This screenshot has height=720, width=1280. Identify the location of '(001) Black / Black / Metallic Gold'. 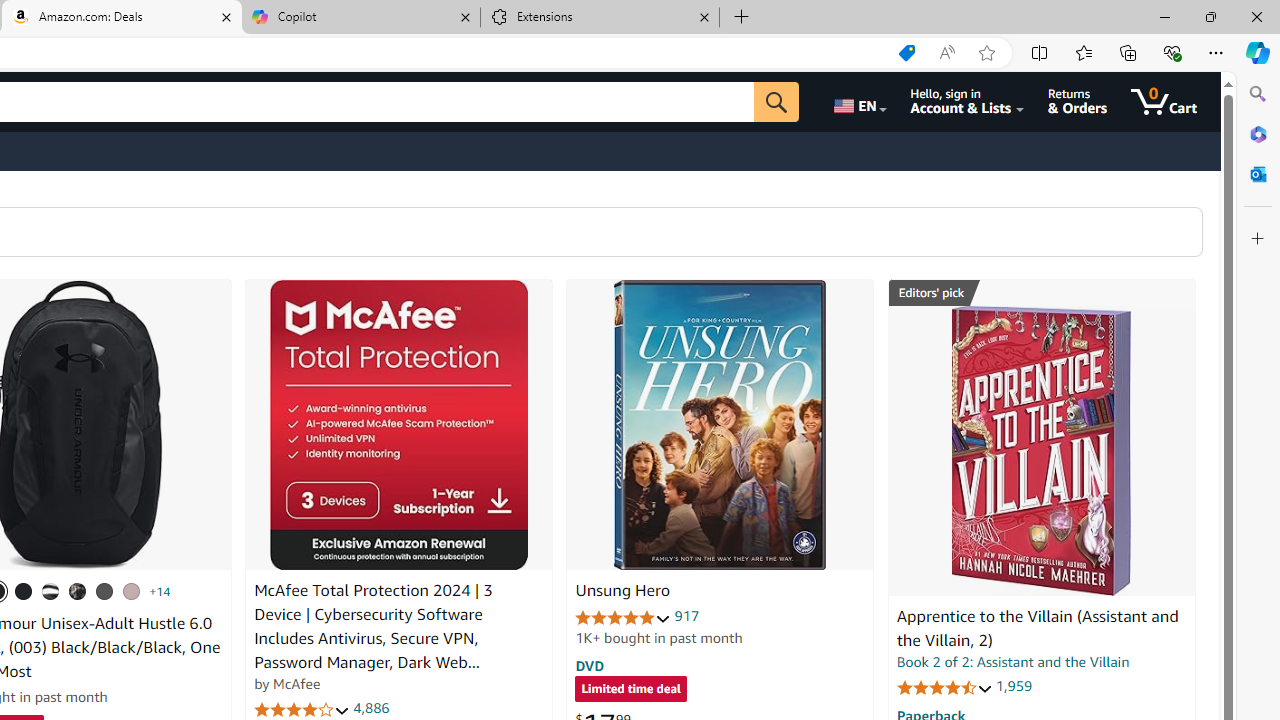
(24, 590).